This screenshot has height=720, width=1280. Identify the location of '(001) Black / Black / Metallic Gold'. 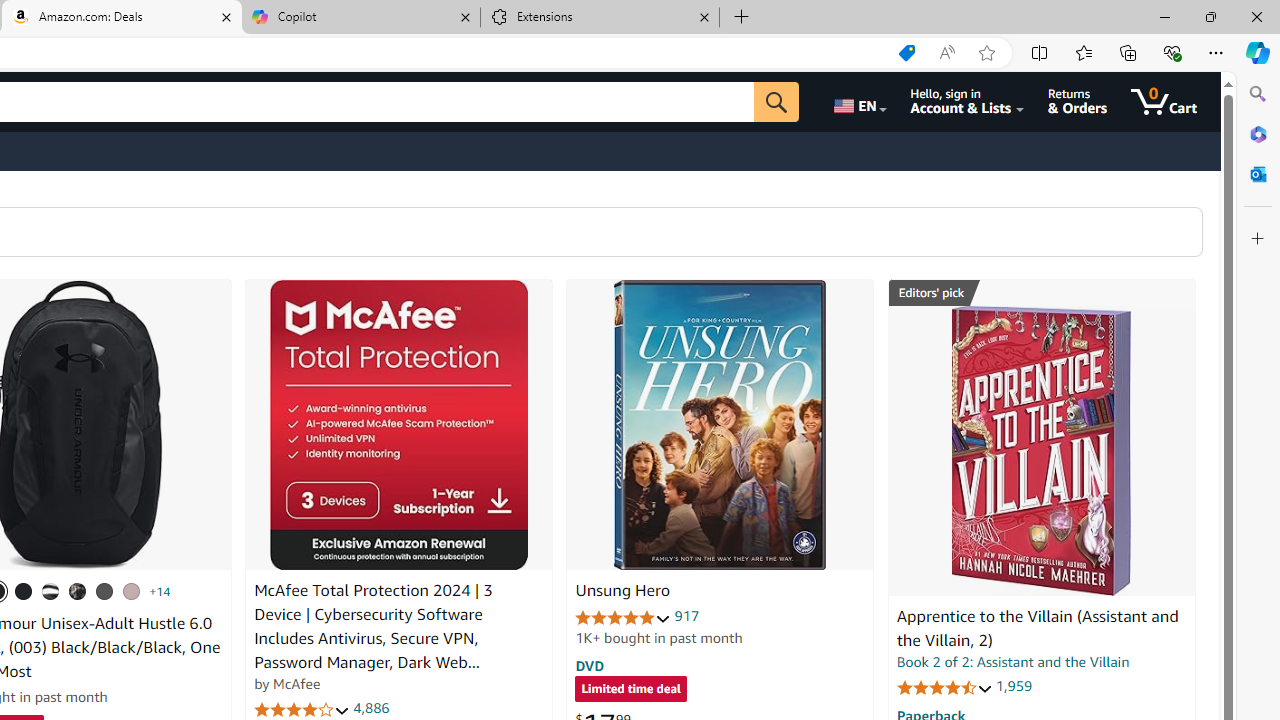
(24, 590).